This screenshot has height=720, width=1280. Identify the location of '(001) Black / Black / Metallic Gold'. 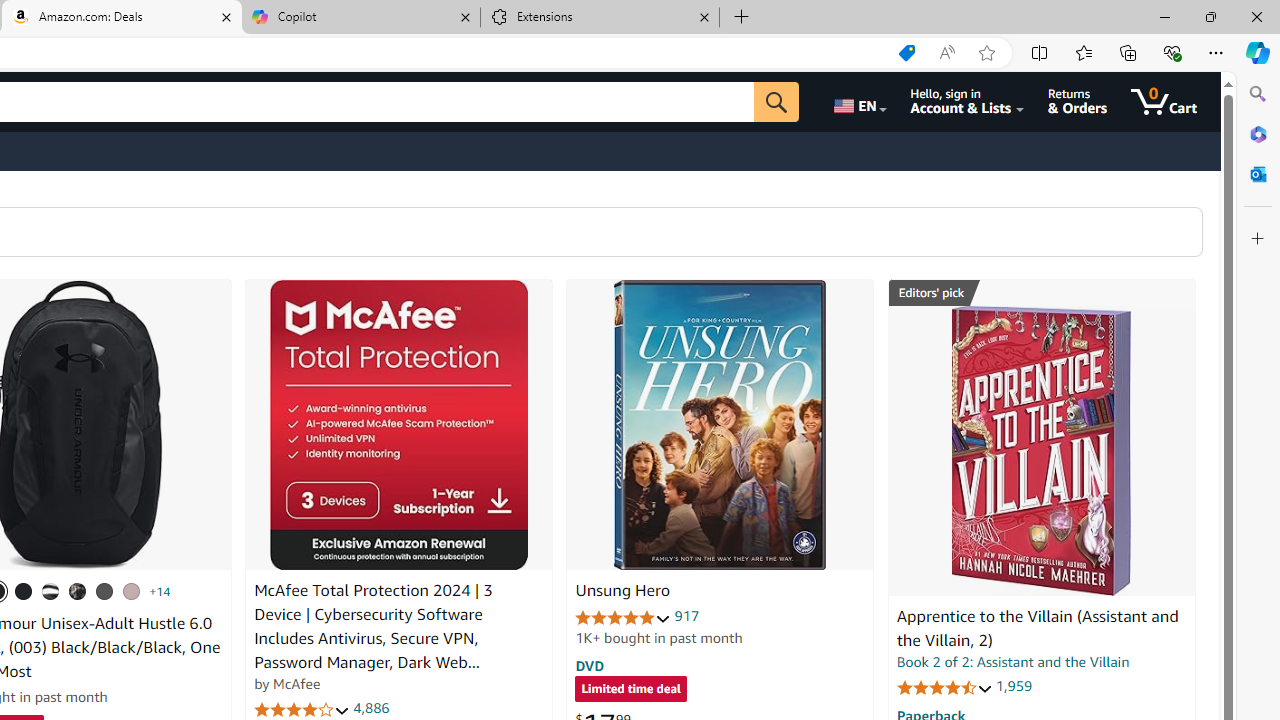
(24, 590).